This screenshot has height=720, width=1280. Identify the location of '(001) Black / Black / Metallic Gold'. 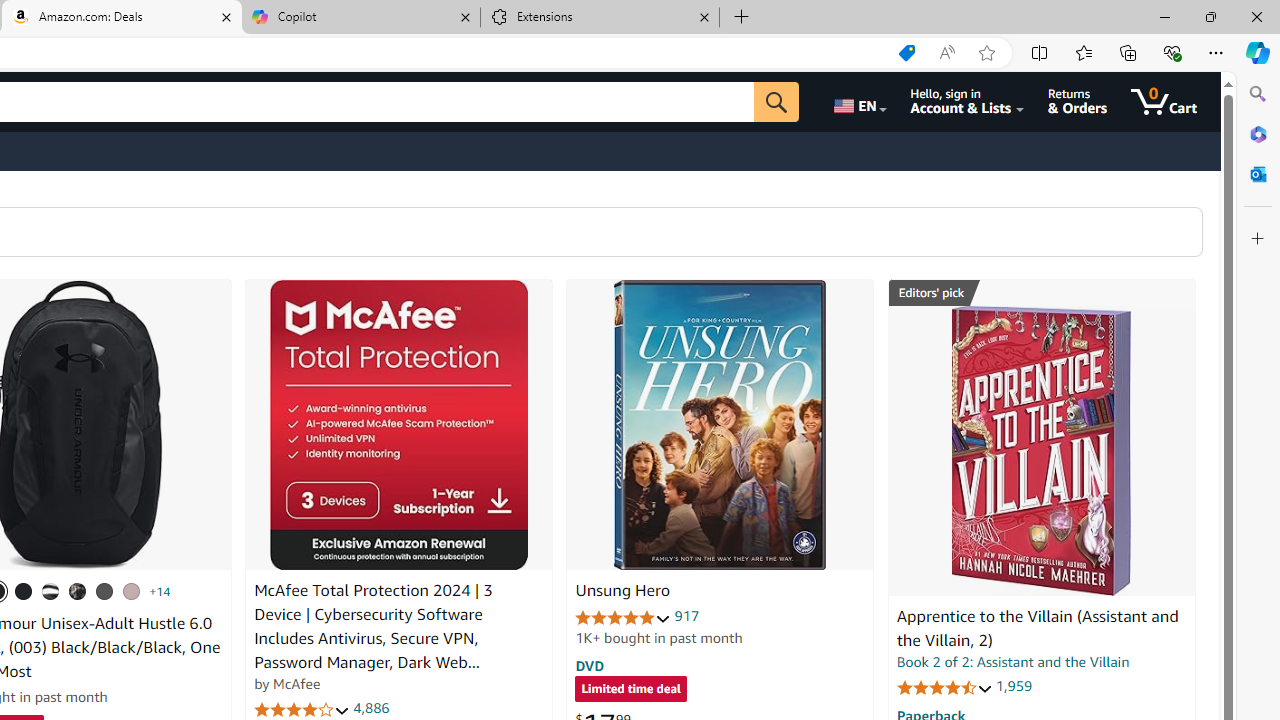
(24, 590).